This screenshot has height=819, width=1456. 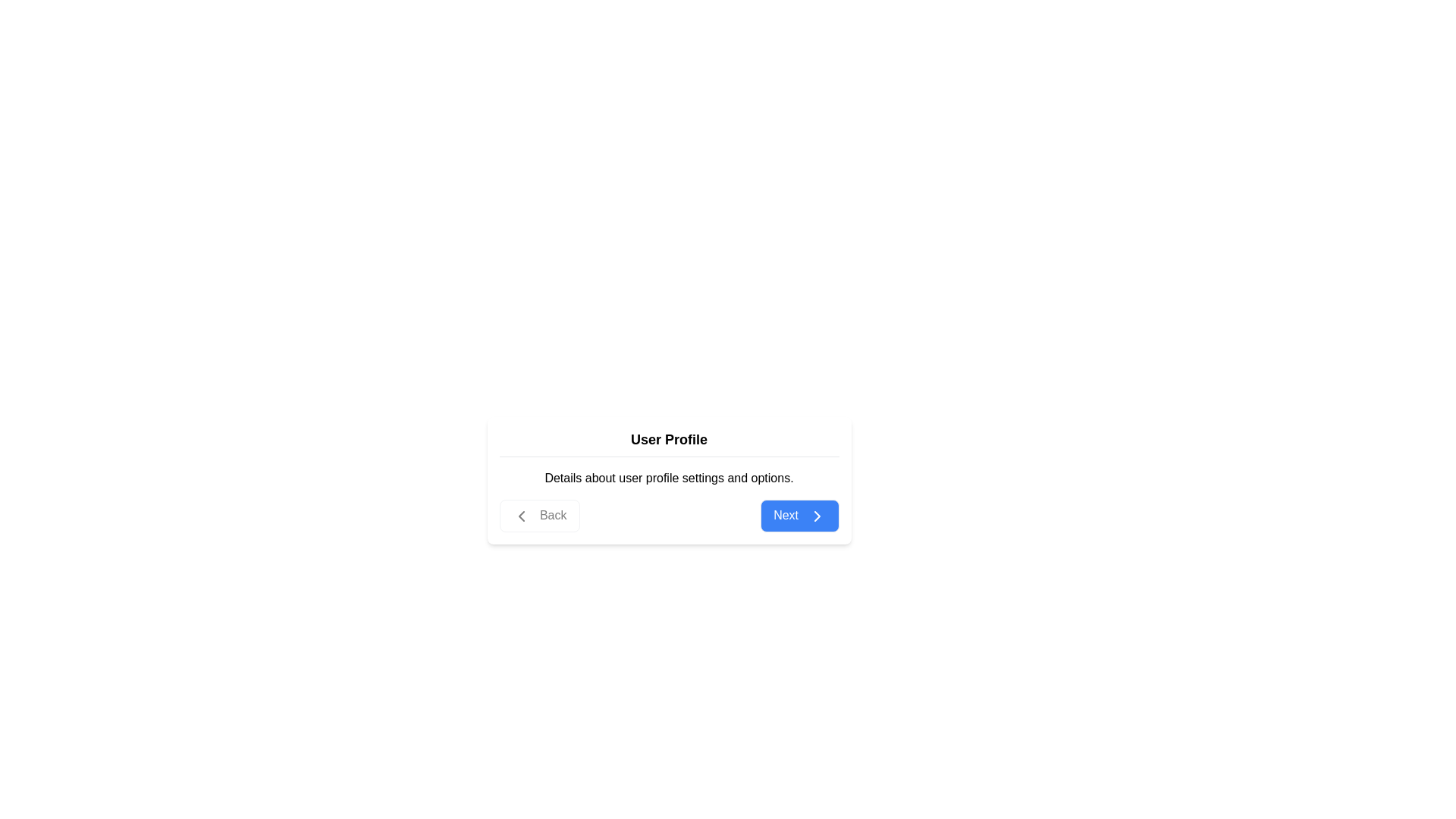 I want to click on the left-pointing arrow icon within the 'Back' button located at the bottom-left corner of the dialog box, so click(x=521, y=515).